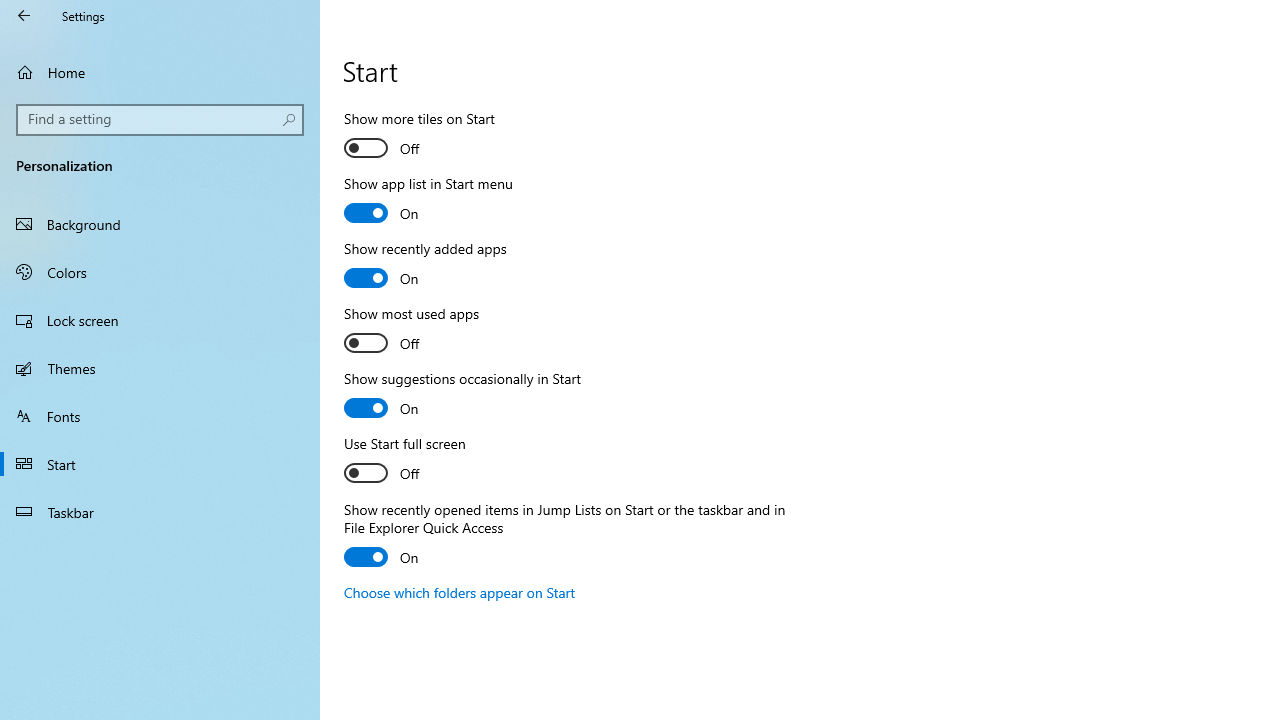 The image size is (1280, 720). Describe the element at coordinates (160, 367) in the screenshot. I see `'Themes'` at that location.